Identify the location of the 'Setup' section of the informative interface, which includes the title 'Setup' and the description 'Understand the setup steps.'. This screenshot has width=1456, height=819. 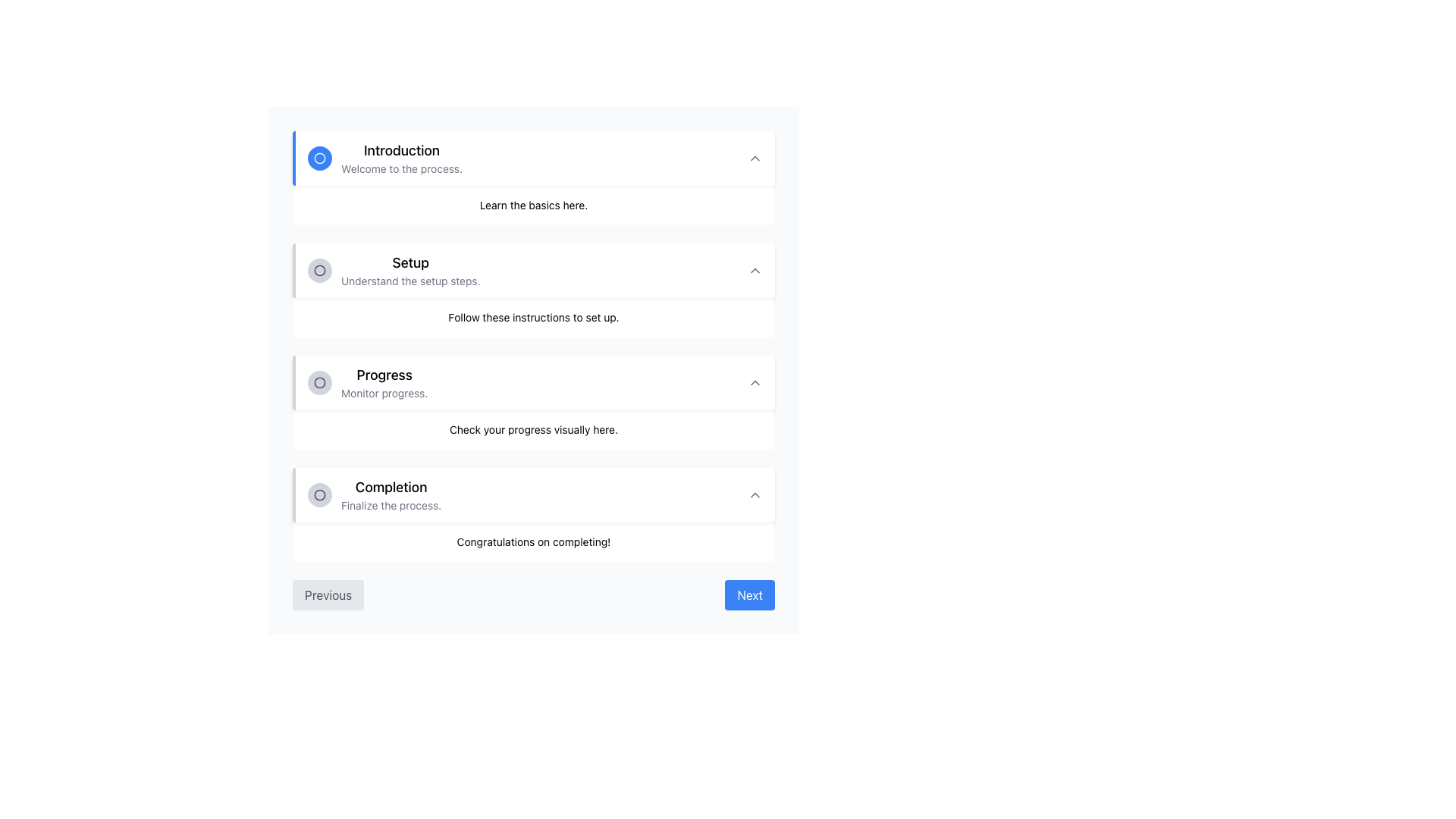
(534, 290).